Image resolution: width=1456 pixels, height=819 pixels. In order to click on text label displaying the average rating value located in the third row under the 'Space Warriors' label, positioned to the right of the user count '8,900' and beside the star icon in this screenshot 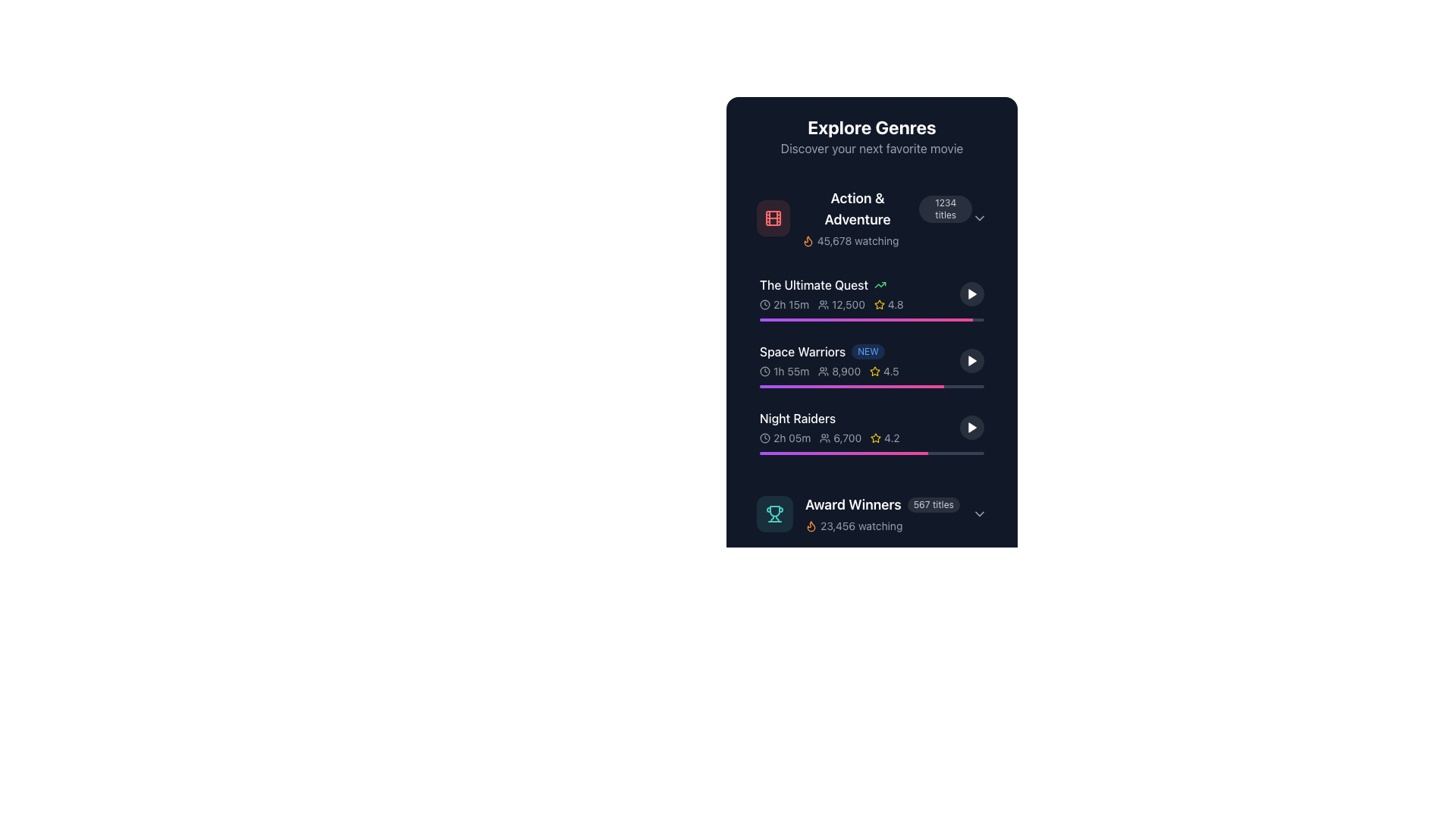, I will do `click(884, 371)`.